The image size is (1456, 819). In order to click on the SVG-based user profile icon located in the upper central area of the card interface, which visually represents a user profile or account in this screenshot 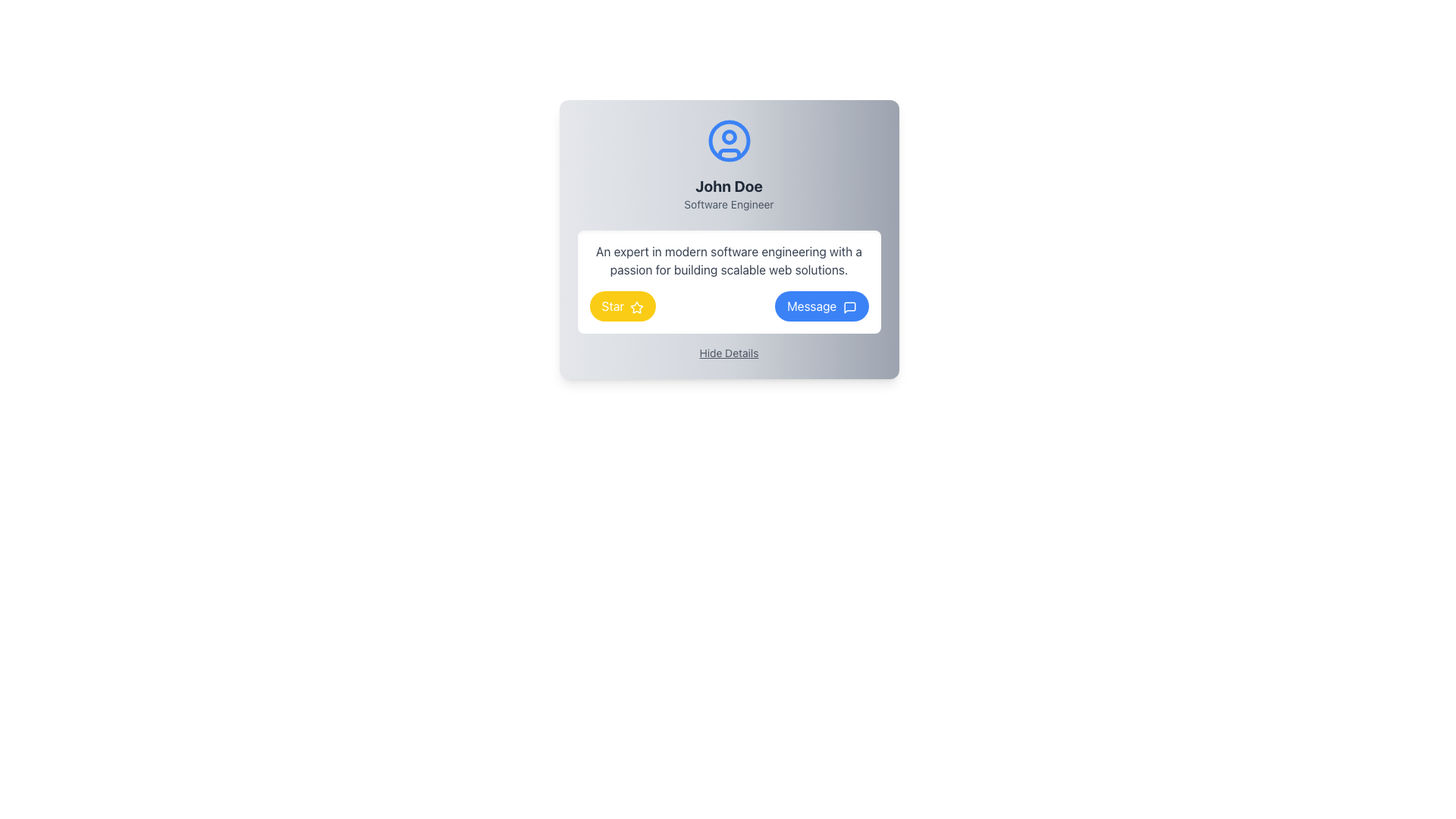, I will do `click(729, 140)`.